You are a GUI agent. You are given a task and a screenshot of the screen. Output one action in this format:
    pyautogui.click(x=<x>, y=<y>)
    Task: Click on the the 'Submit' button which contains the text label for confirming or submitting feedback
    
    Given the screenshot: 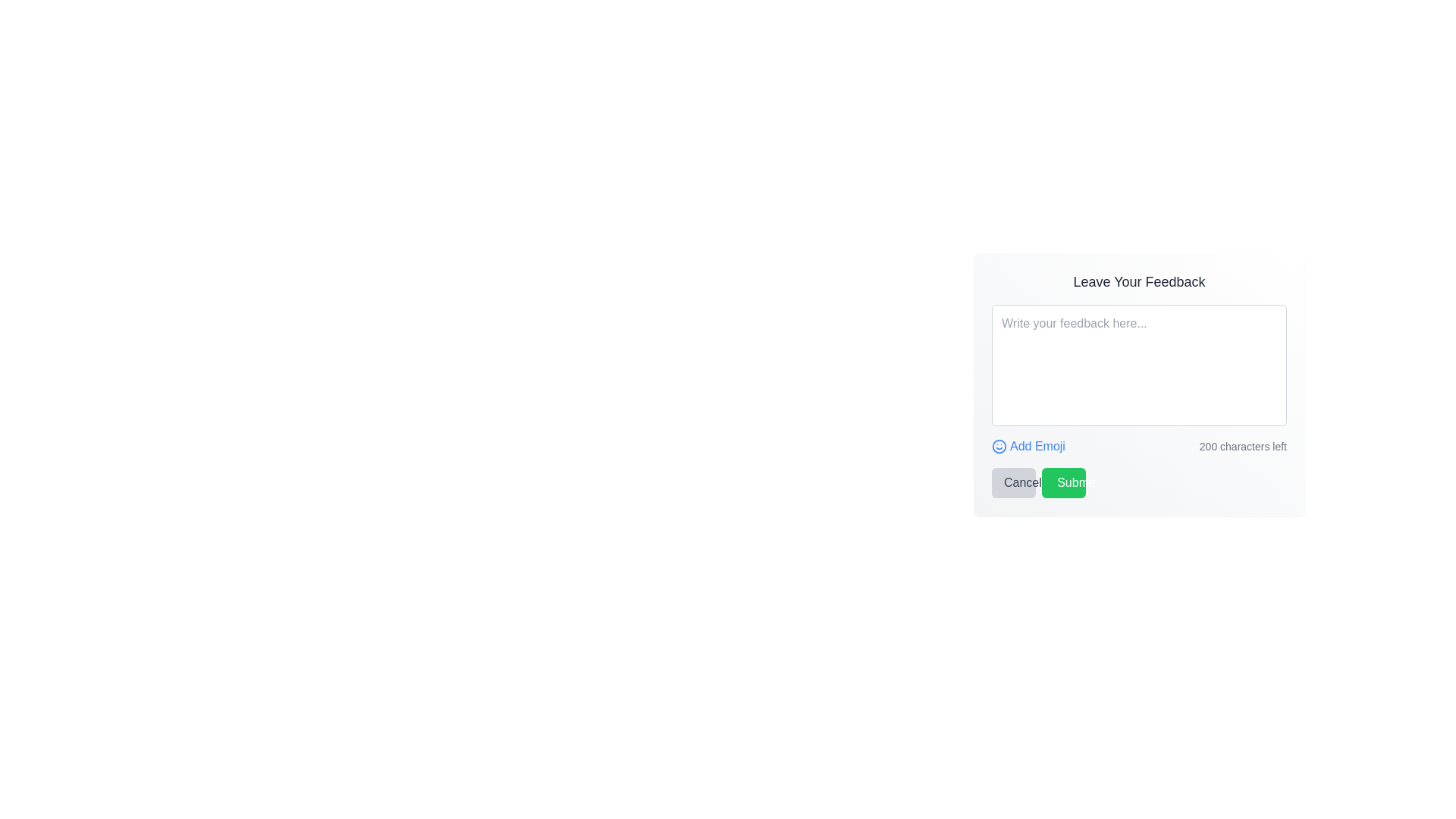 What is the action you would take?
    pyautogui.click(x=1075, y=482)
    